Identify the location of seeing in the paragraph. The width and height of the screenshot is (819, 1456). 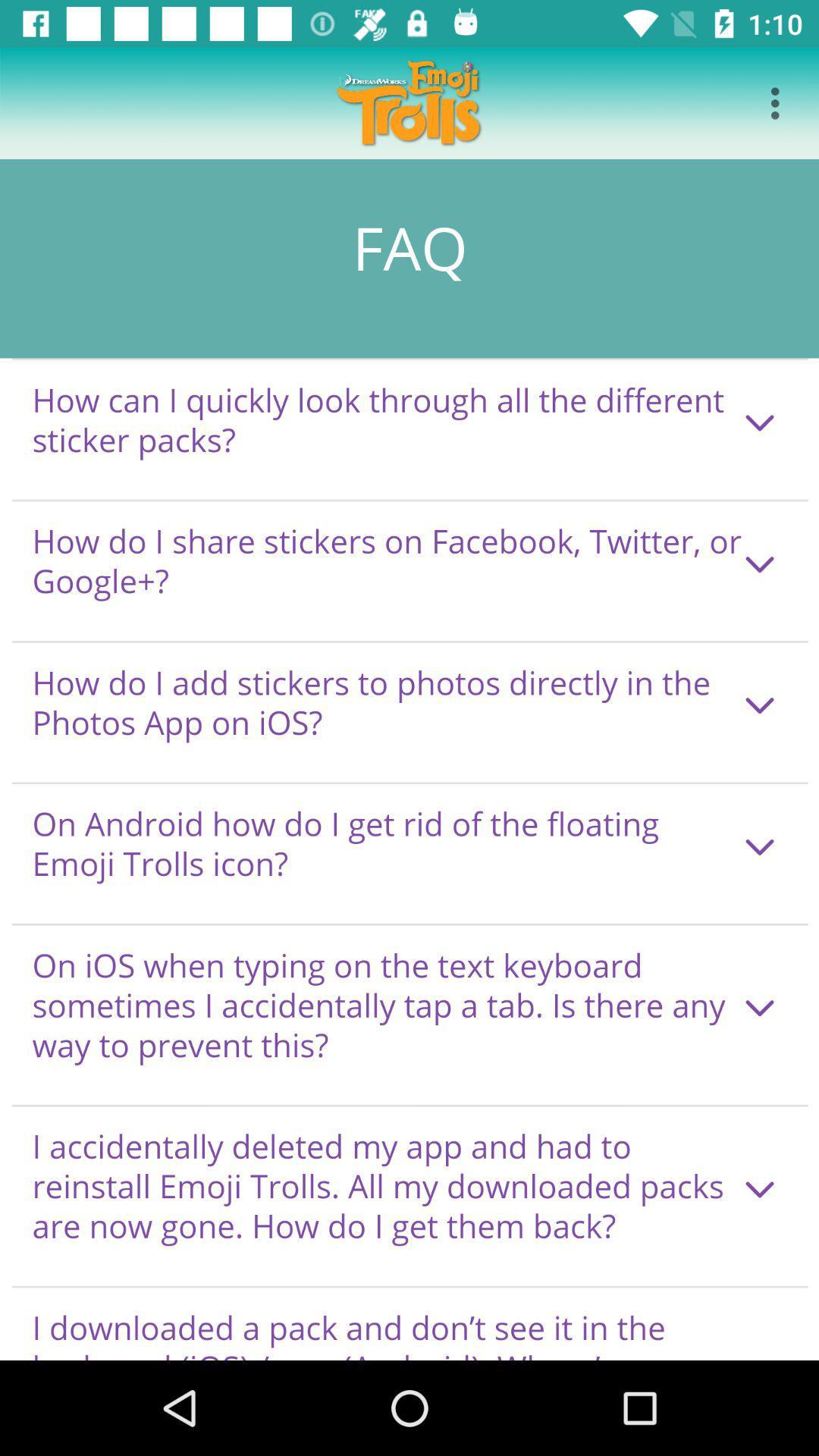
(409, 760).